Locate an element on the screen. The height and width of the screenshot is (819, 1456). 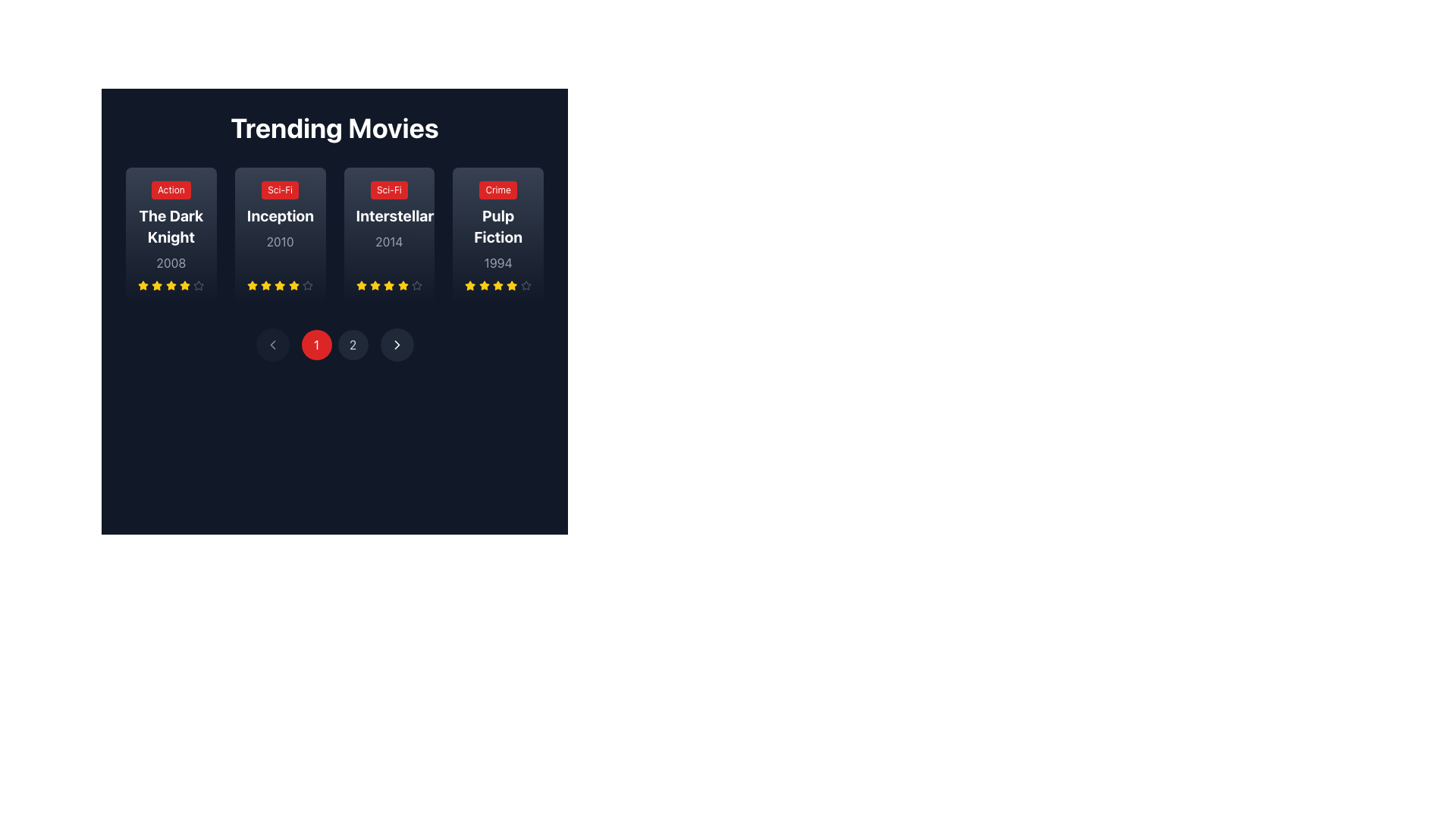
the fourth movie information card in the 'Trending Movies' section, which displays the movie's genre, title, and release year is located at coordinates (498, 225).